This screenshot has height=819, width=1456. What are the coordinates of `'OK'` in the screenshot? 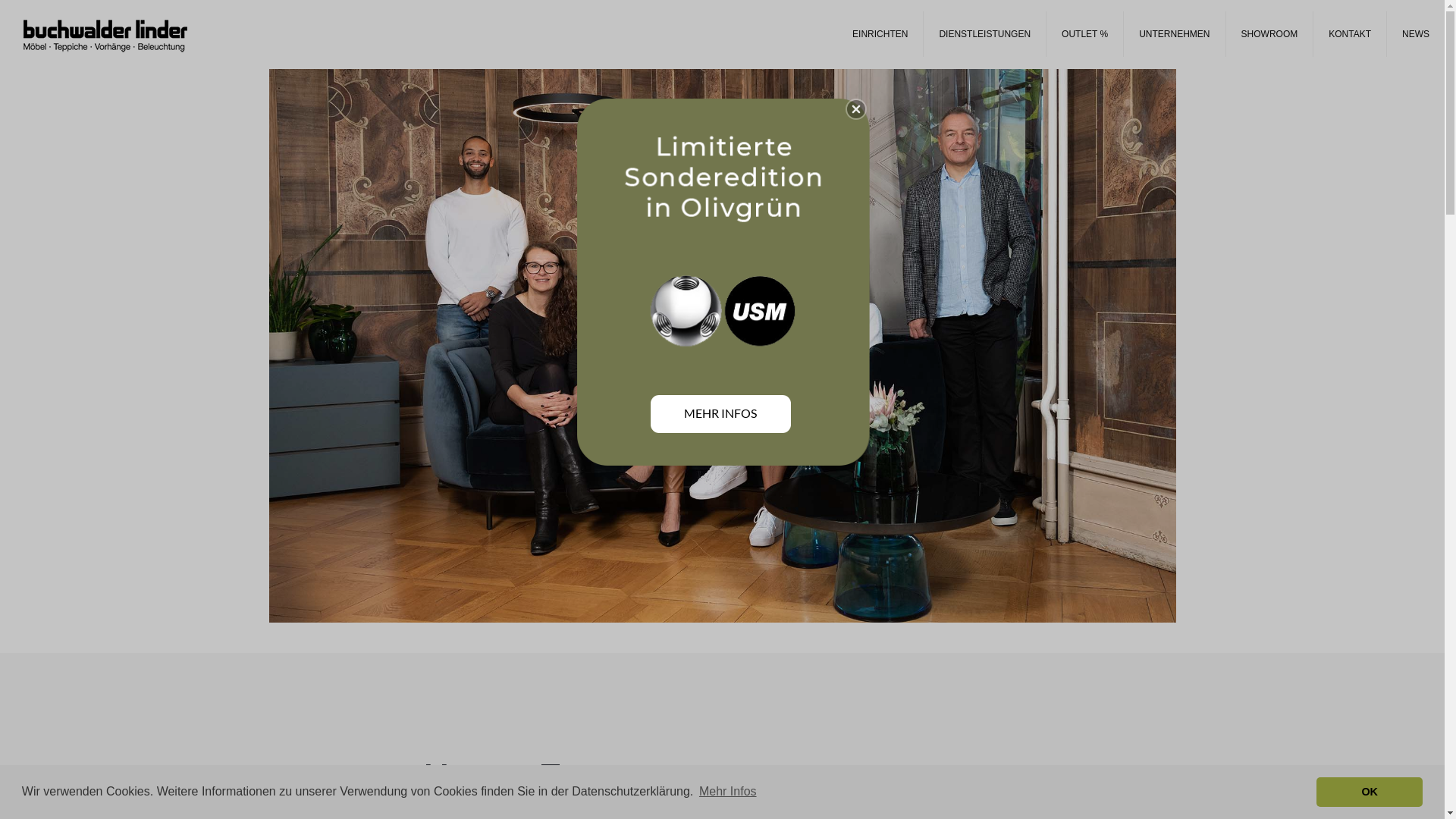 It's located at (1369, 791).